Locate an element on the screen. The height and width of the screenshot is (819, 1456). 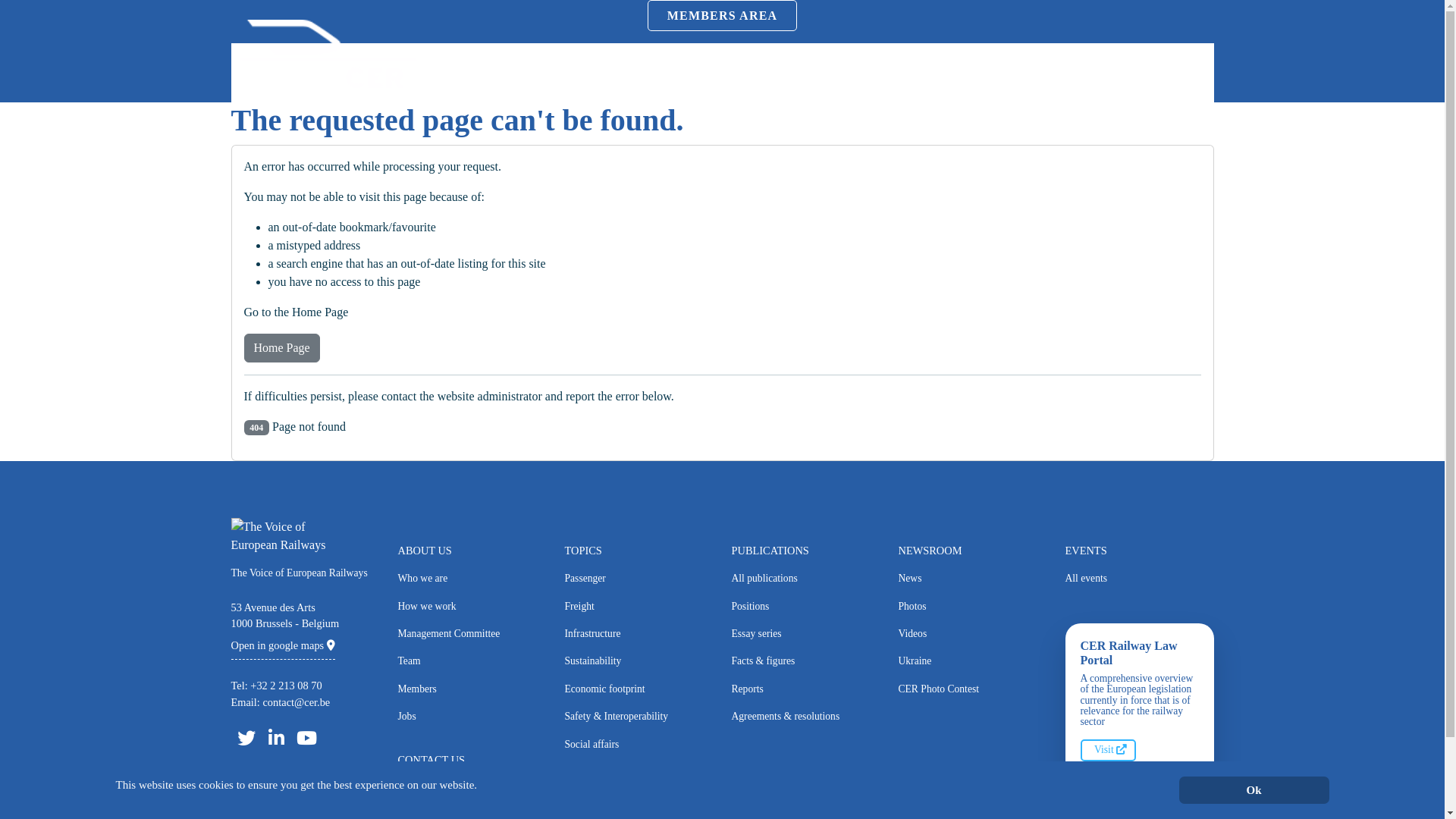
'Contact Us' is located at coordinates (471, 786).